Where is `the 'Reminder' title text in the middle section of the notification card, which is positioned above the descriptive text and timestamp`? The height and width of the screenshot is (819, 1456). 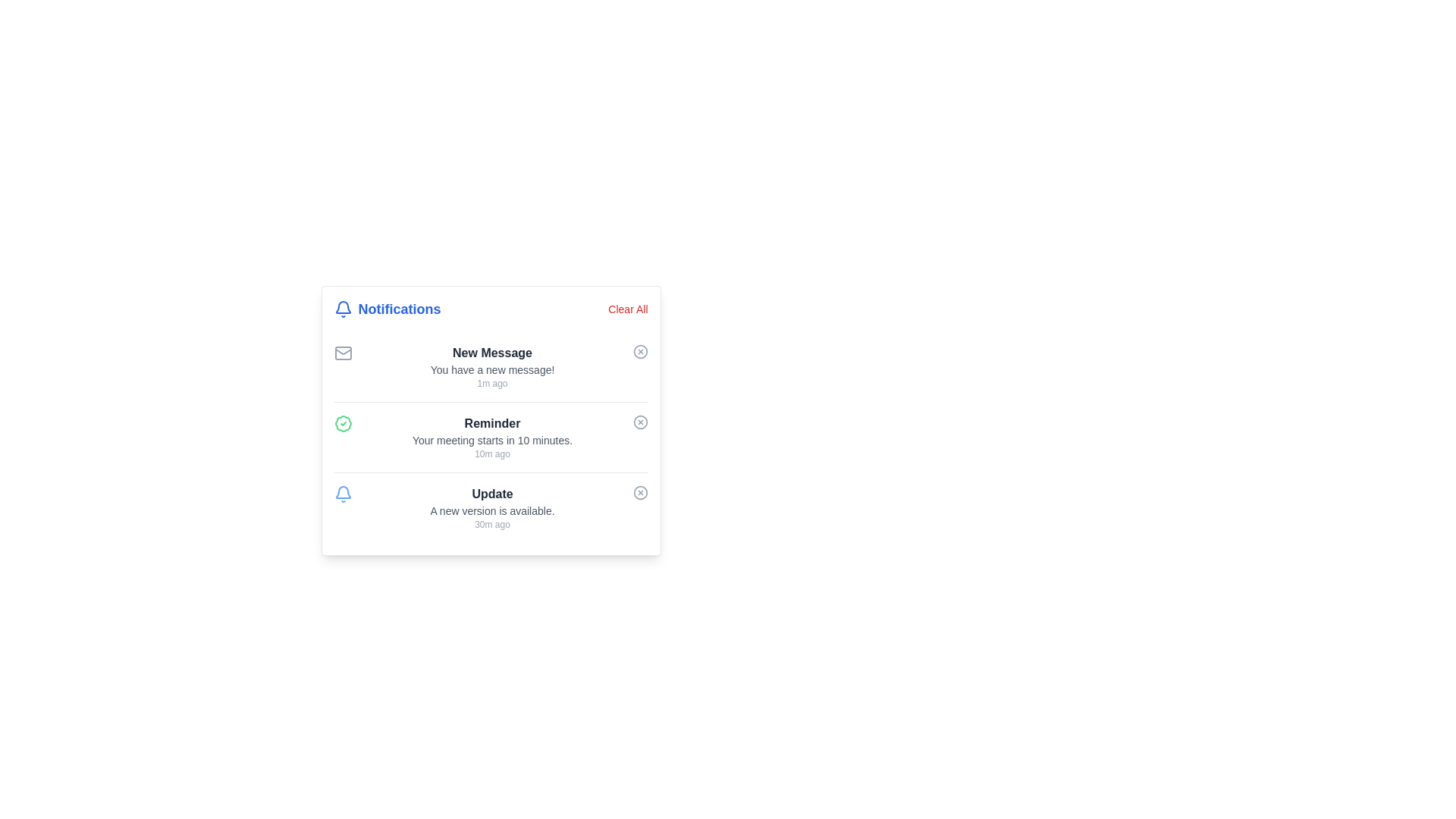 the 'Reminder' title text in the middle section of the notification card, which is positioned above the descriptive text and timestamp is located at coordinates (492, 424).